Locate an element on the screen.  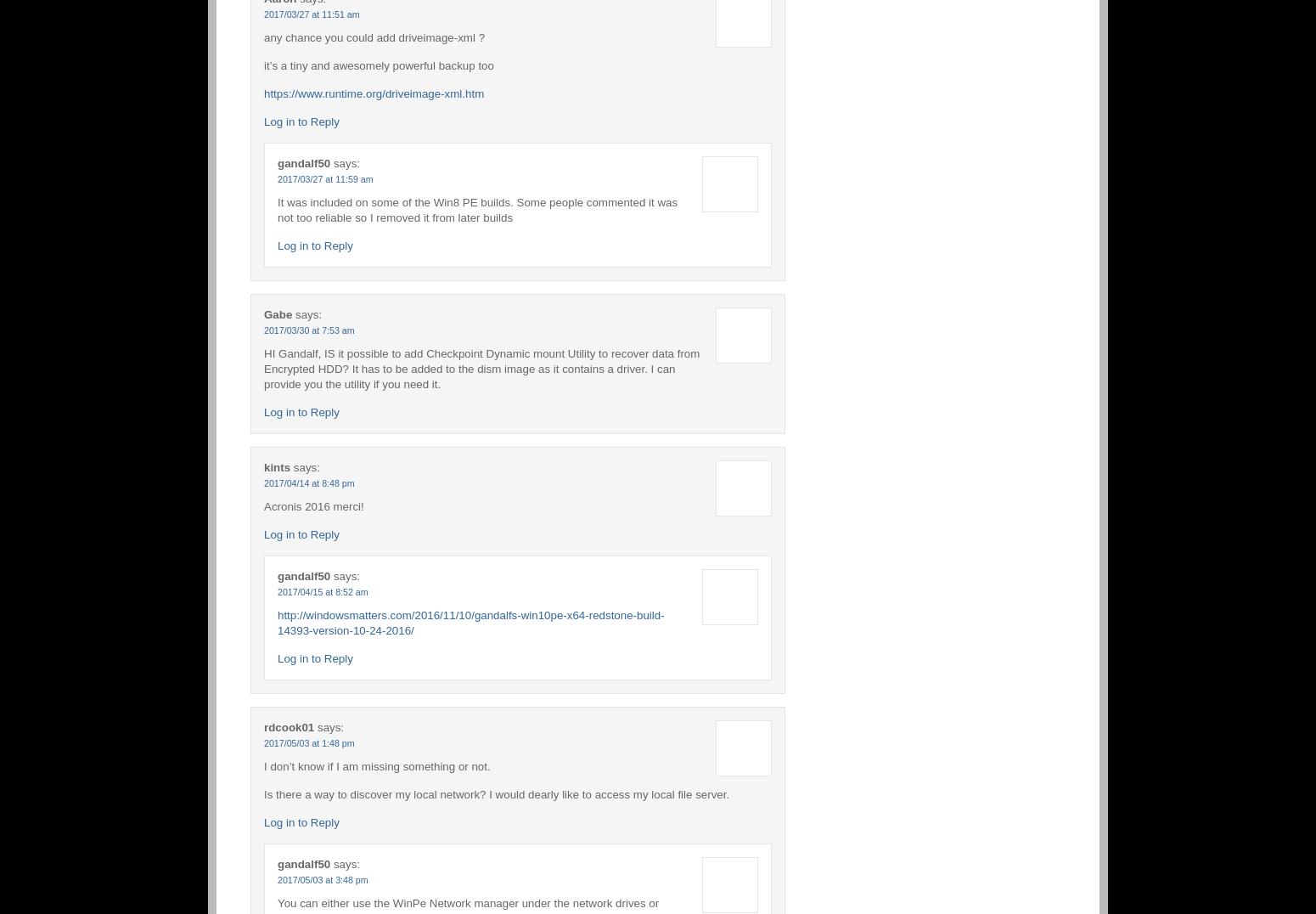
'http://windowsmatters.com/2016/11/10/gandalfs-win10pe-x64-redstone-build-14393-version-10-24-2016/' is located at coordinates (470, 621).